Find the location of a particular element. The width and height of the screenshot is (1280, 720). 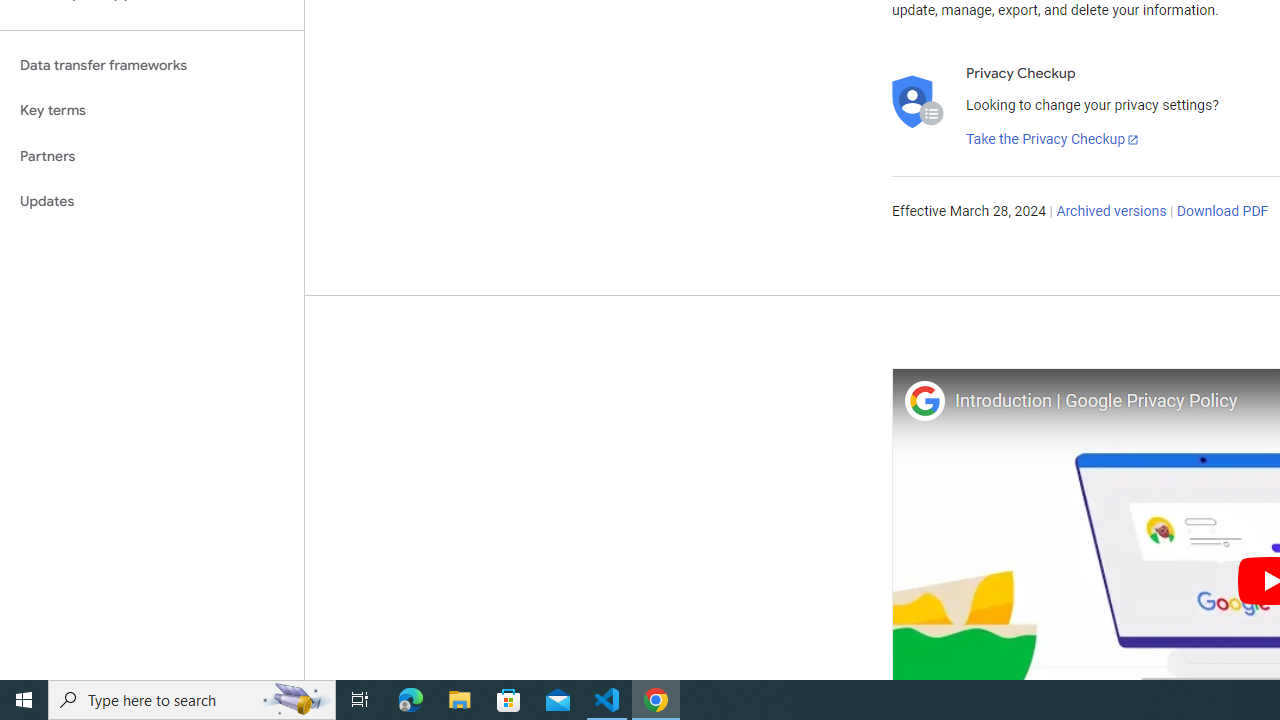

'Download PDF' is located at coordinates (1221, 212).